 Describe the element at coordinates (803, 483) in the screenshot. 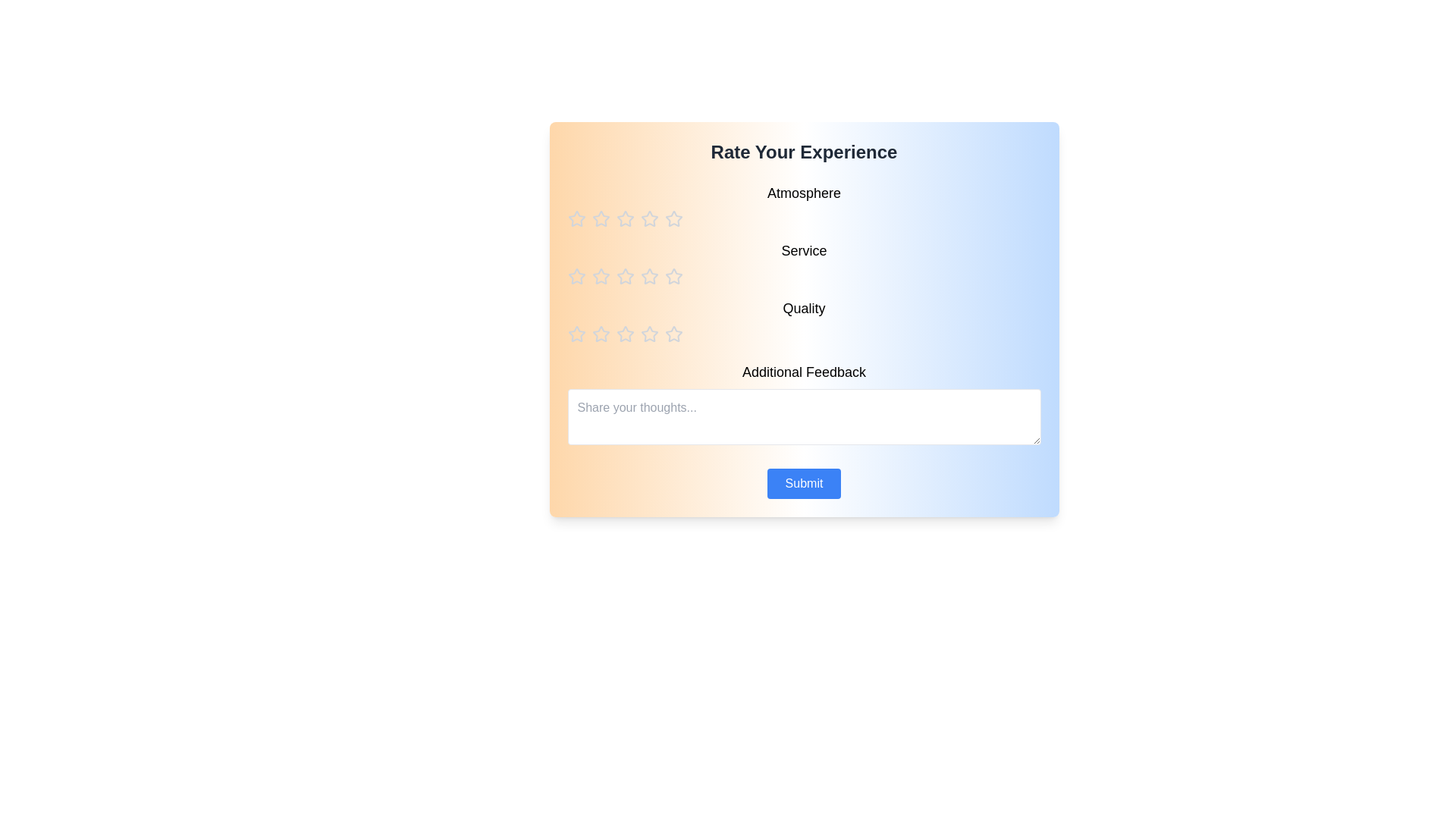

I see `the submit button to submit the ratings and feedback` at that location.